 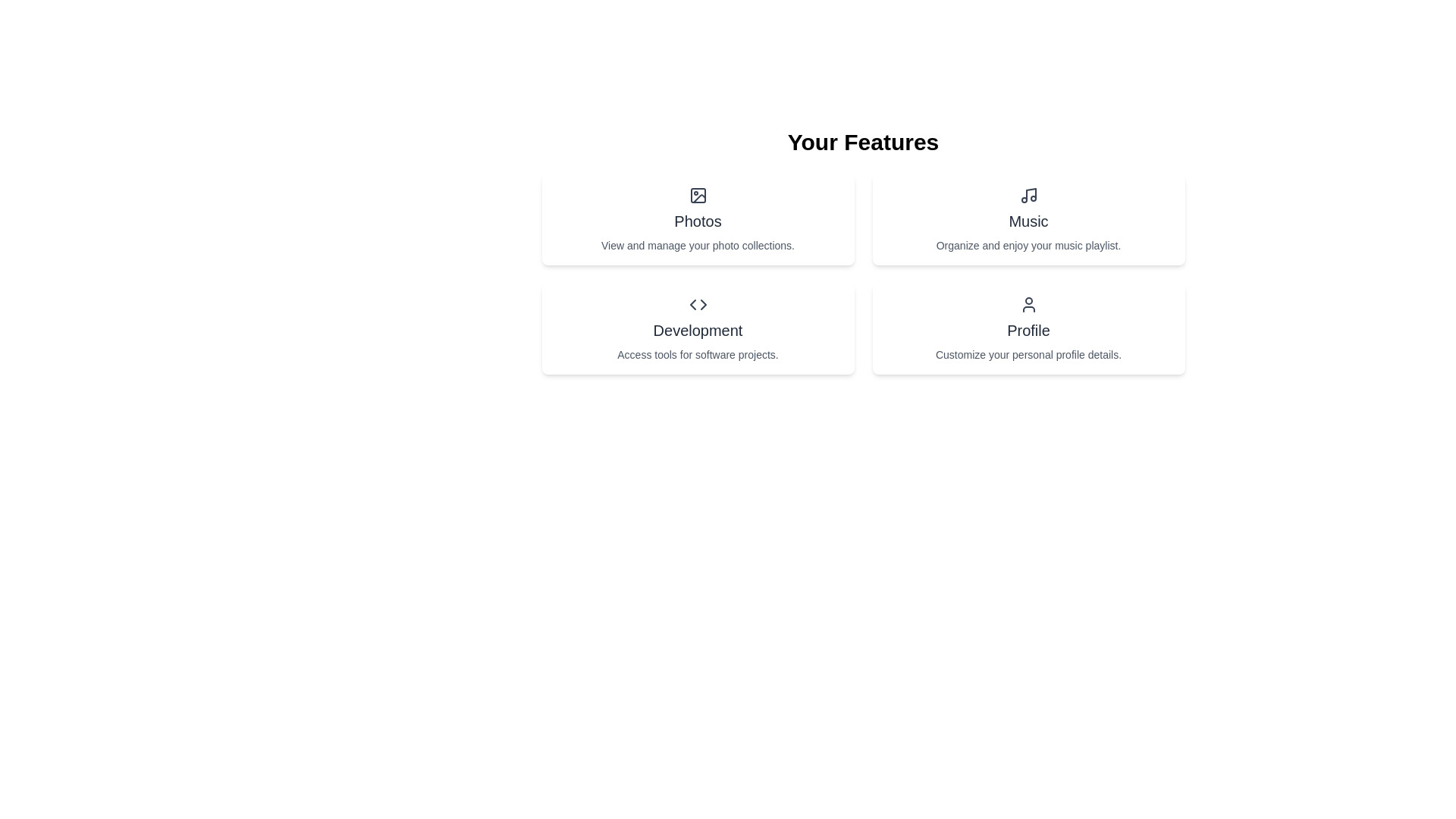 What do you see at coordinates (1028, 328) in the screenshot?
I see `the profile card at the bottom-right corner of the grid layout` at bounding box center [1028, 328].